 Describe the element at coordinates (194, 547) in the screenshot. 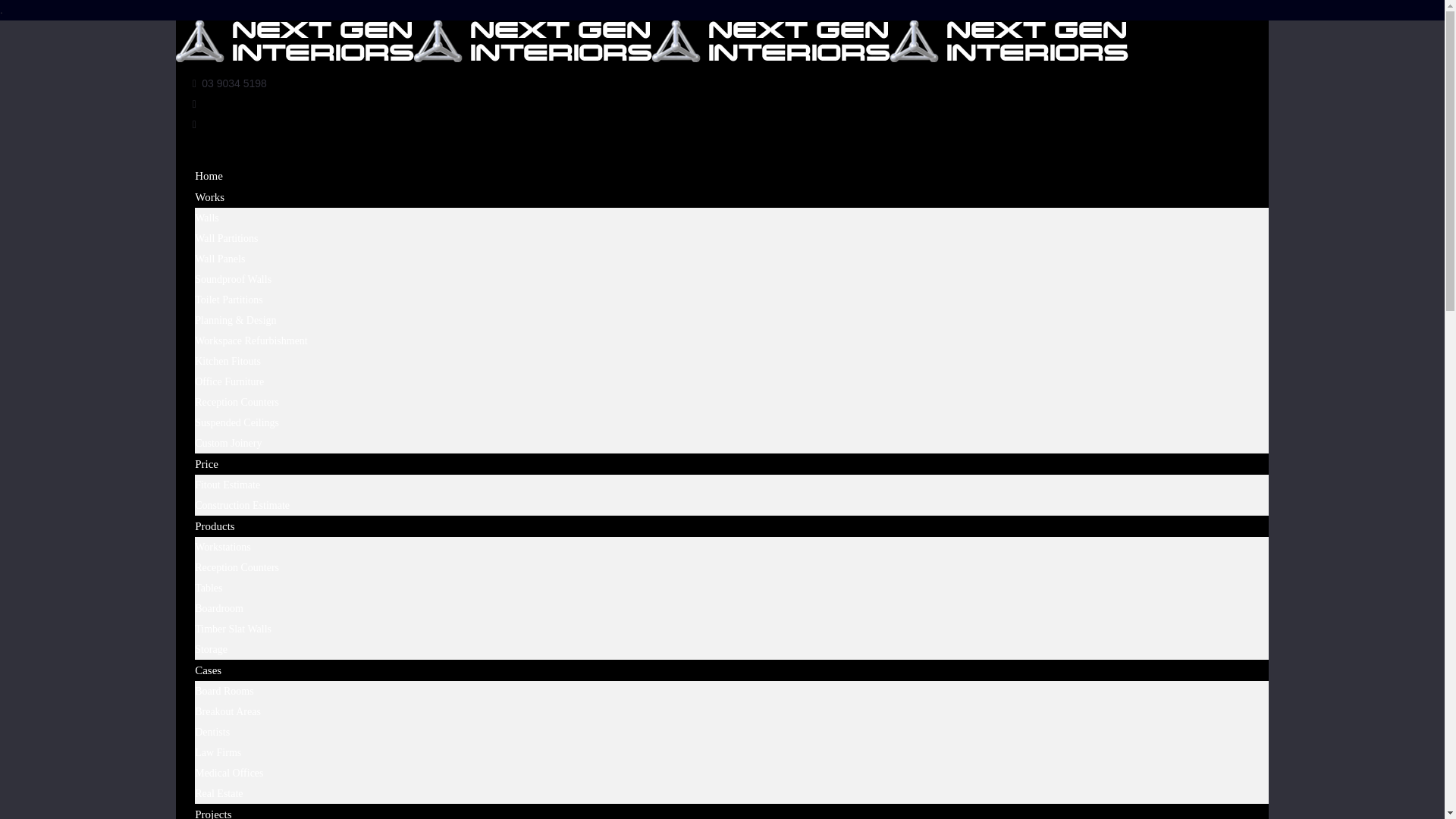

I see `'Workstations'` at that location.